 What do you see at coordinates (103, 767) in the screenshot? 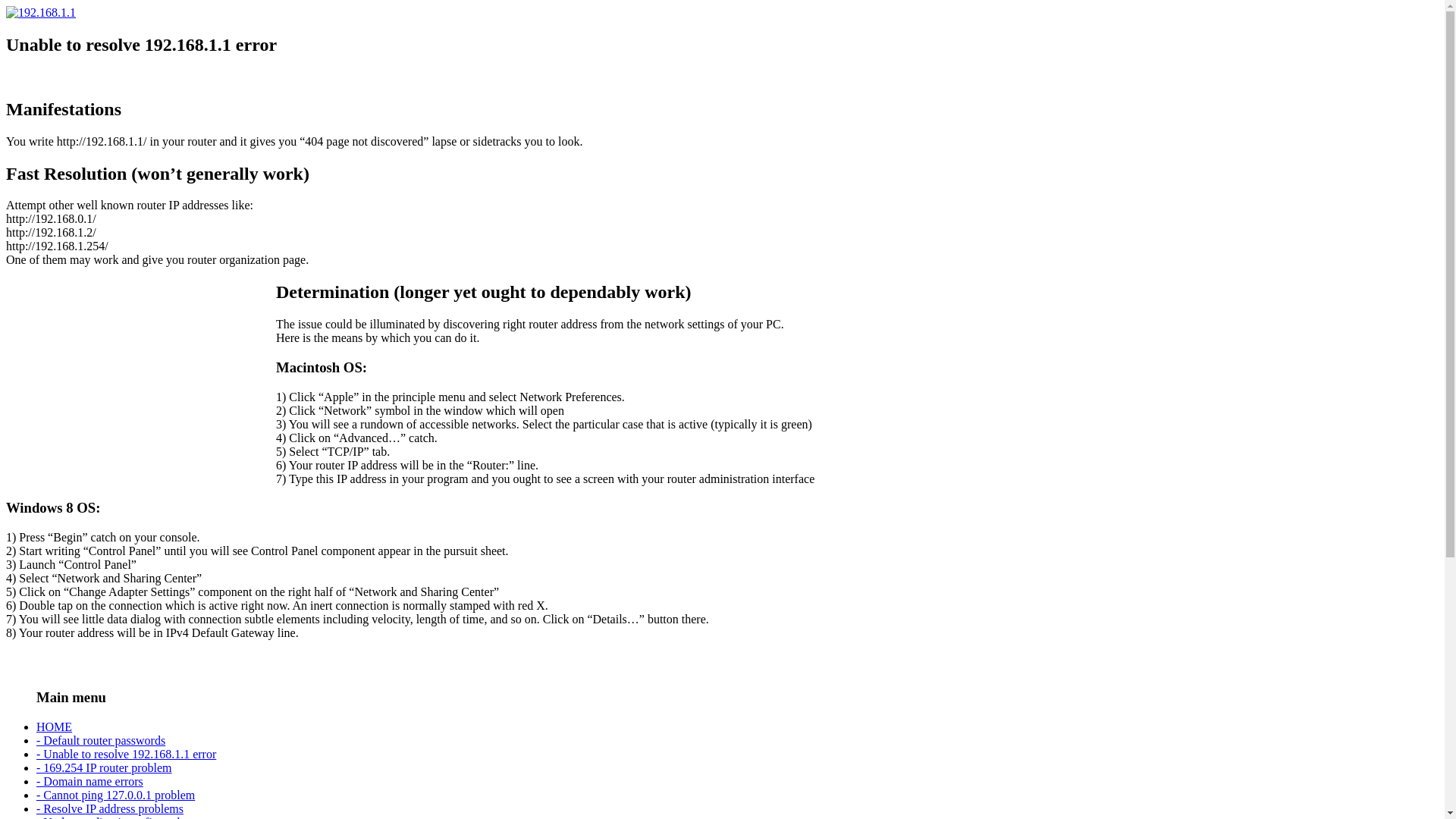
I see `'- 169.254 IP router problem'` at bounding box center [103, 767].